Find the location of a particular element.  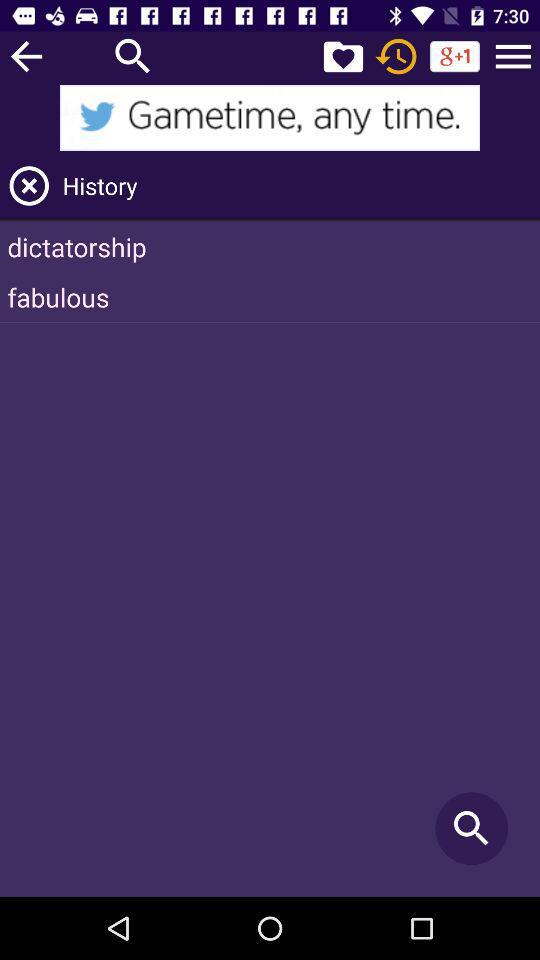

dictatorship item is located at coordinates (270, 245).